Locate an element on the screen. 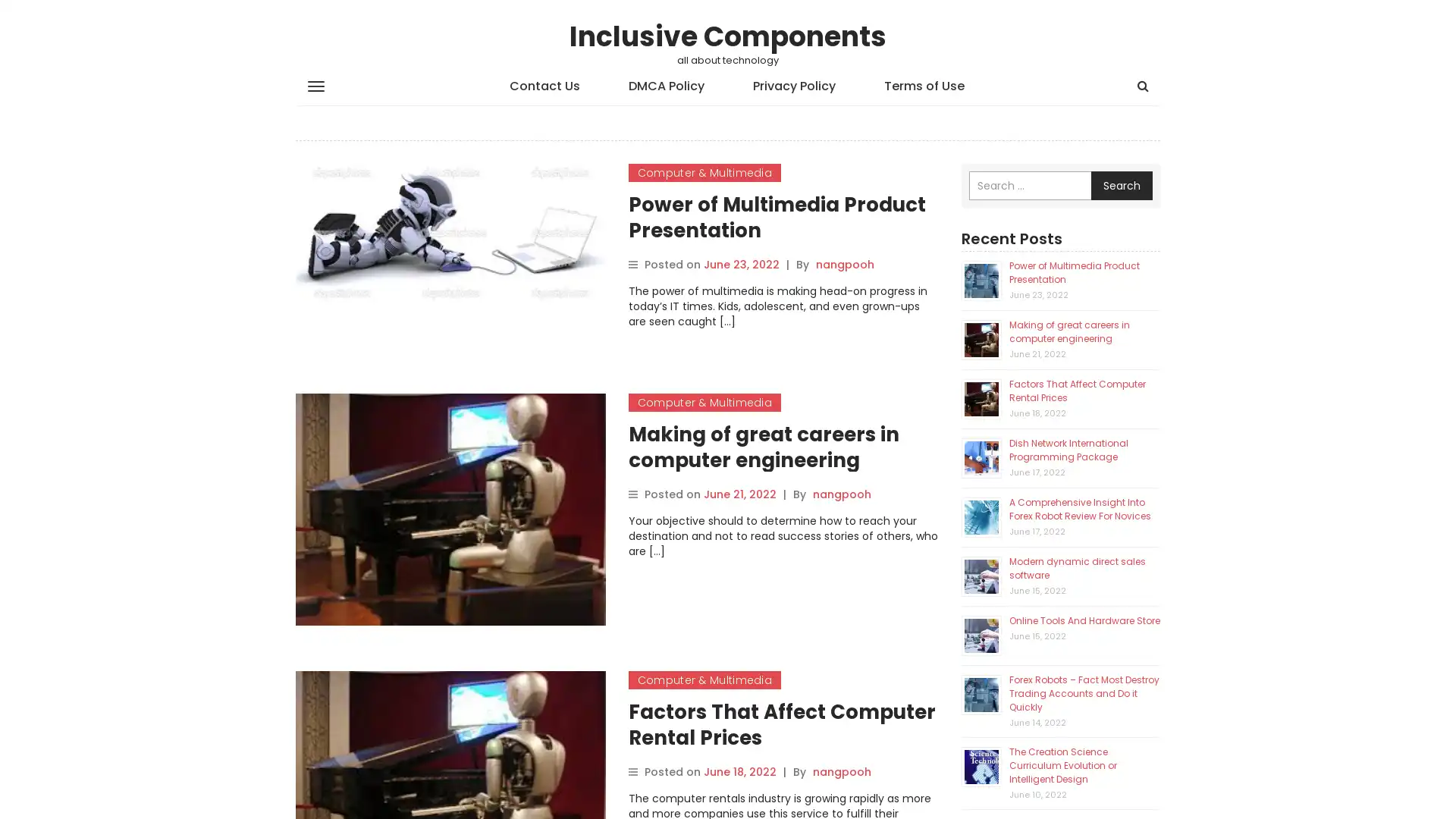 The height and width of the screenshot is (819, 1456). Search is located at coordinates (1122, 185).